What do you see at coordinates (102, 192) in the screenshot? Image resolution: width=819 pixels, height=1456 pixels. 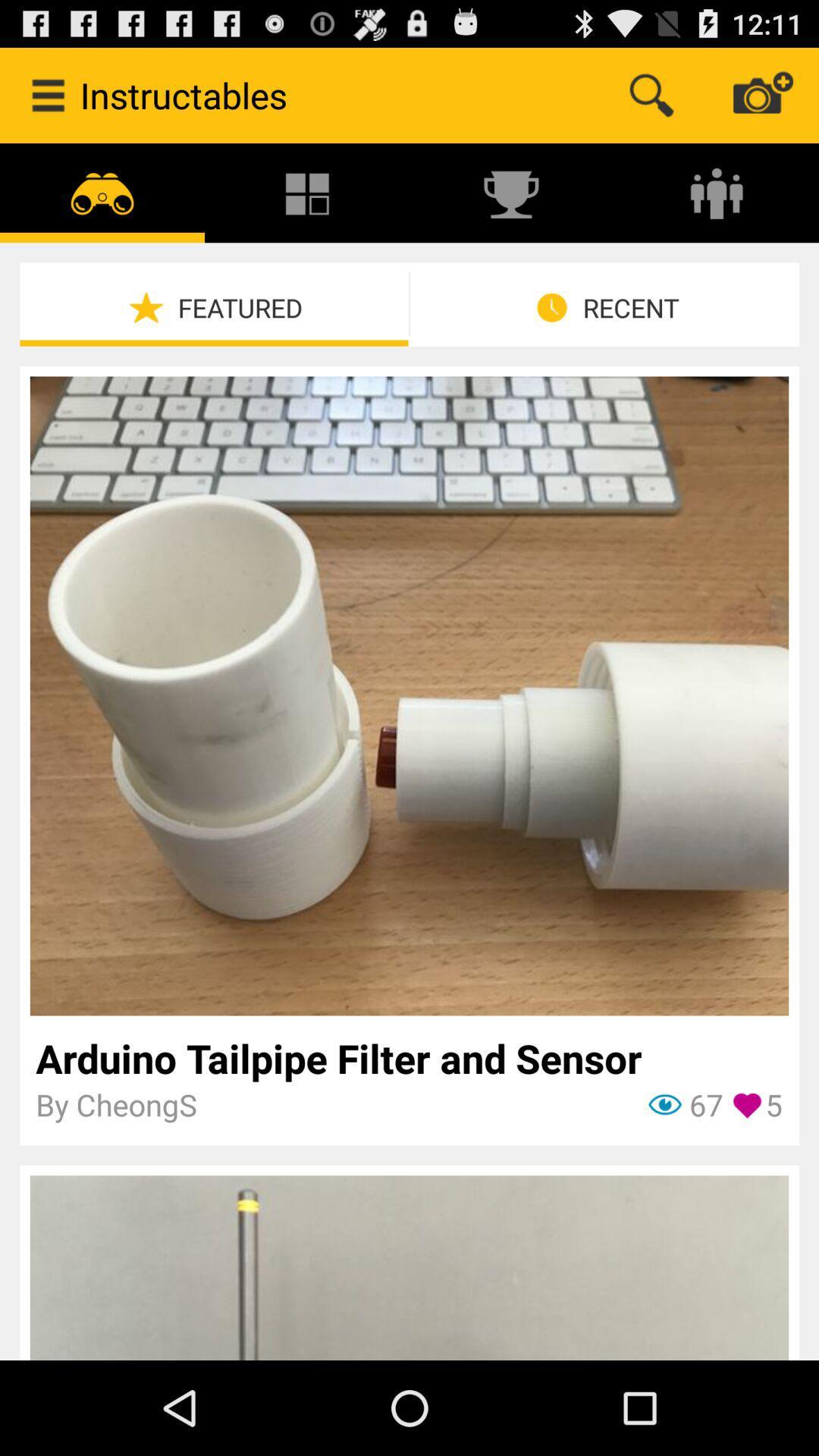 I see `the icon above featured item` at bounding box center [102, 192].